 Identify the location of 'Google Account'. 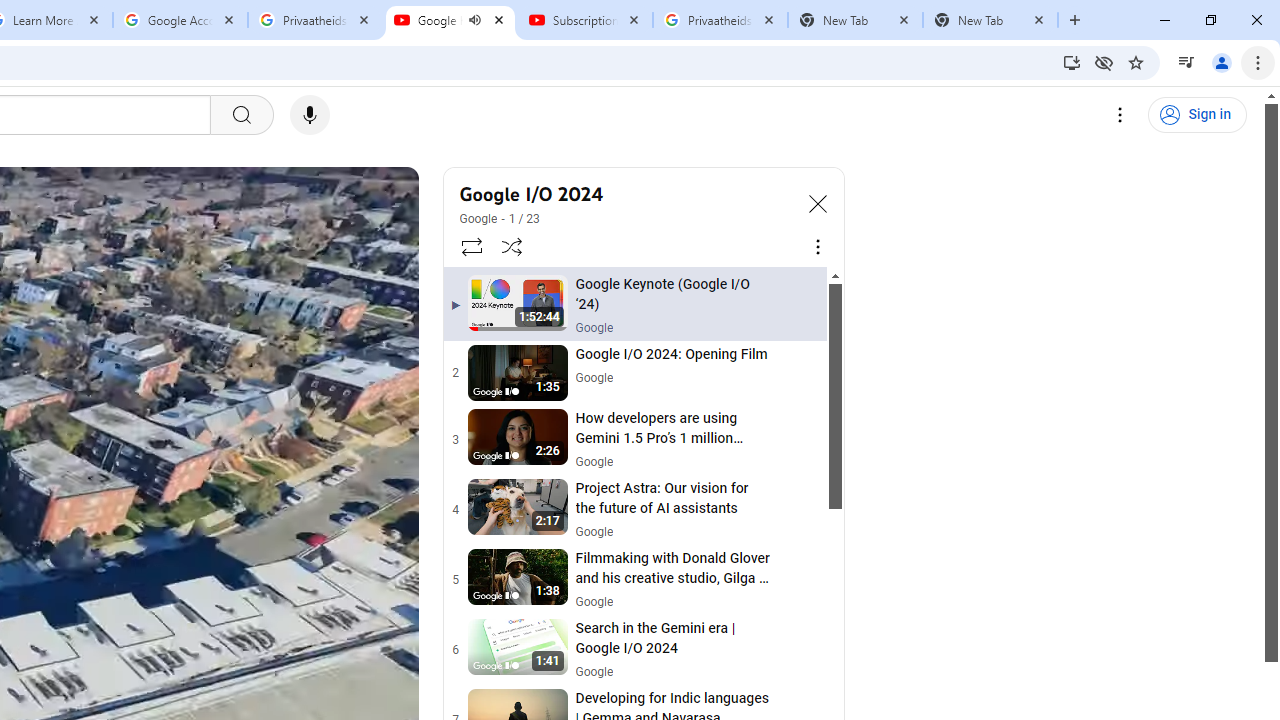
(180, 20).